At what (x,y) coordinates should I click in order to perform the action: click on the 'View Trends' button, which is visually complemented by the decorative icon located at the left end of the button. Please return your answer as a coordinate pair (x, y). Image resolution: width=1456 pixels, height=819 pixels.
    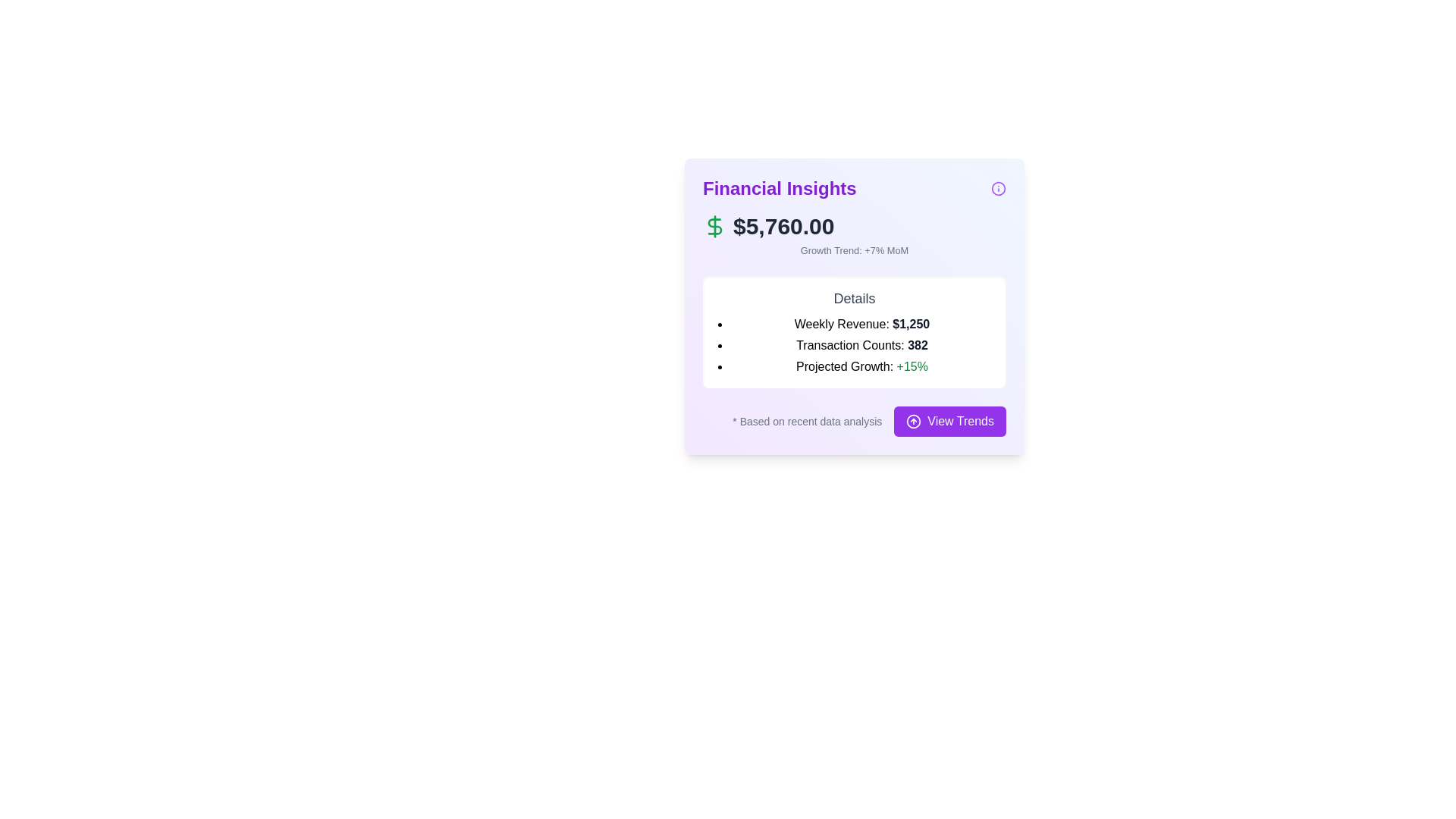
    Looking at the image, I should click on (913, 422).